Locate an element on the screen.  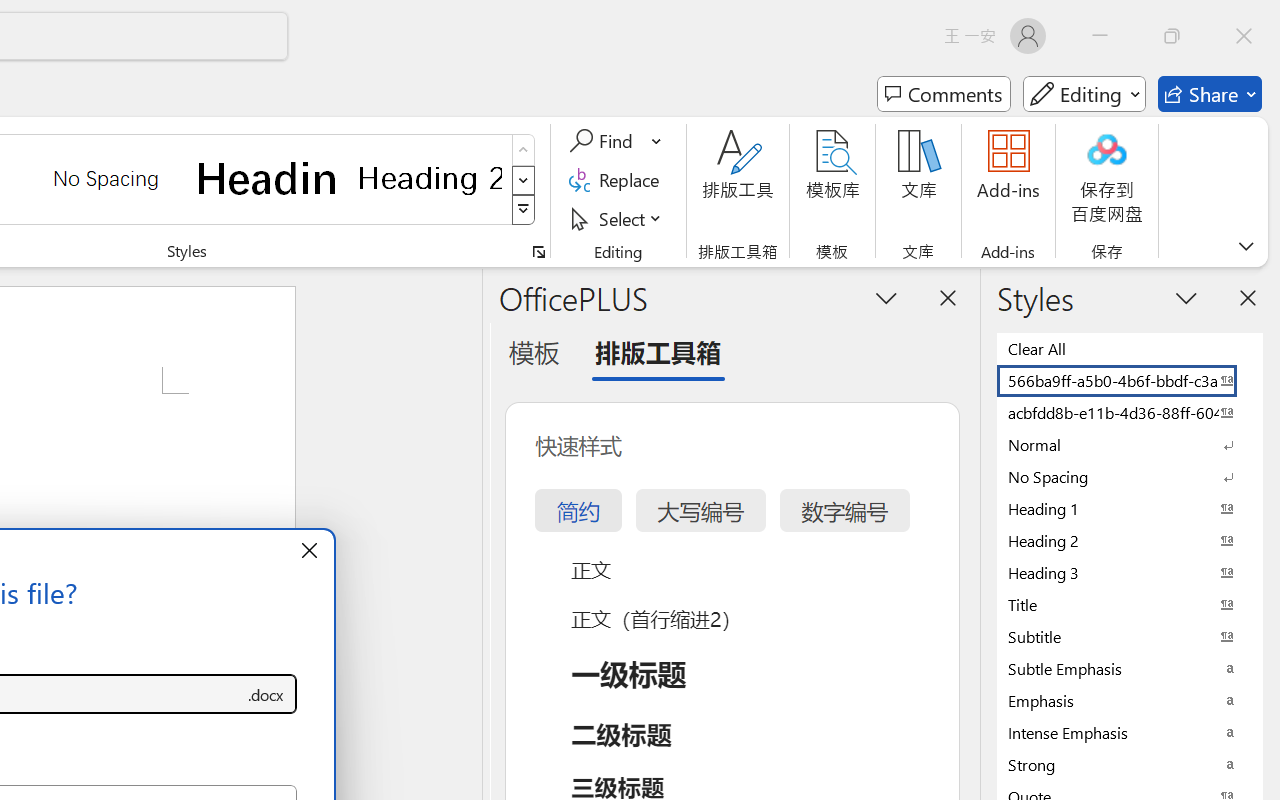
'acbfdd8b-e11b-4d36-88ff-6049b138f862' is located at coordinates (1130, 412).